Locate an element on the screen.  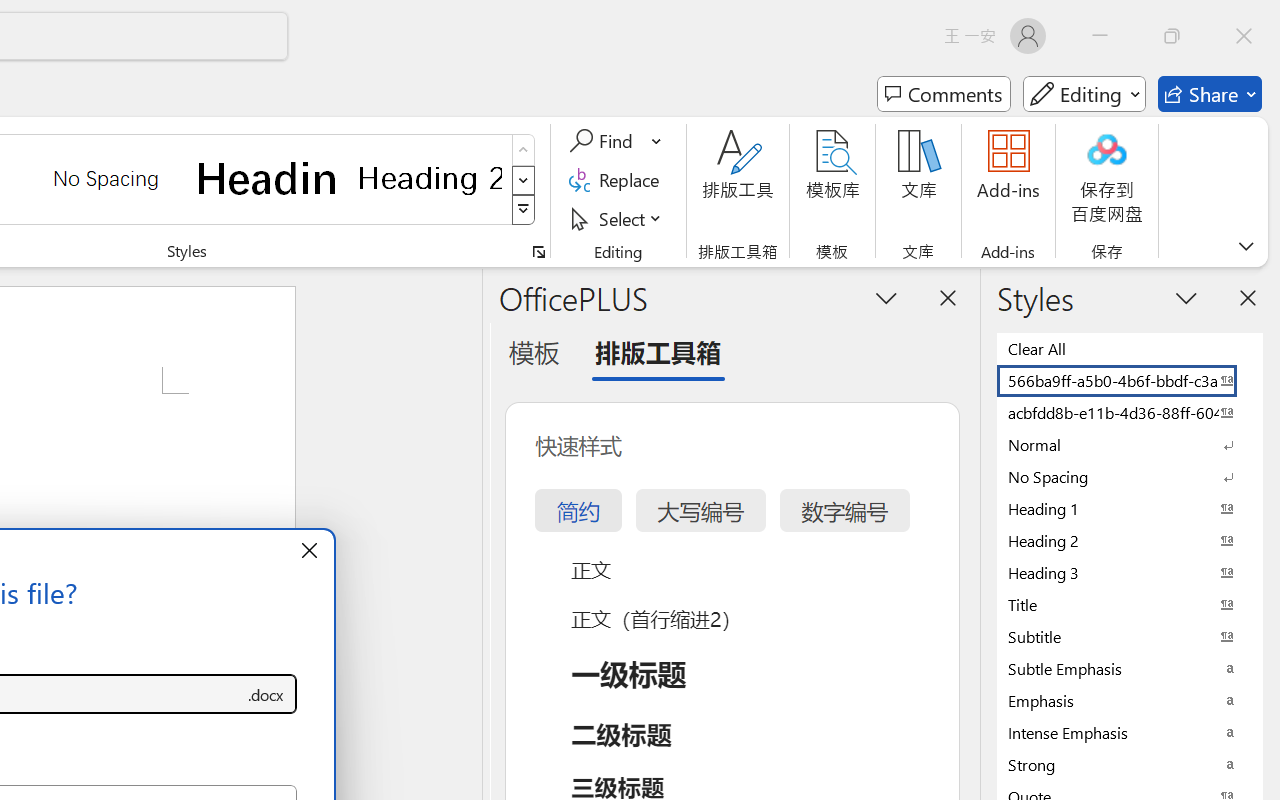
'acbfdd8b-e11b-4d36-88ff-6049b138f862' is located at coordinates (1130, 412).